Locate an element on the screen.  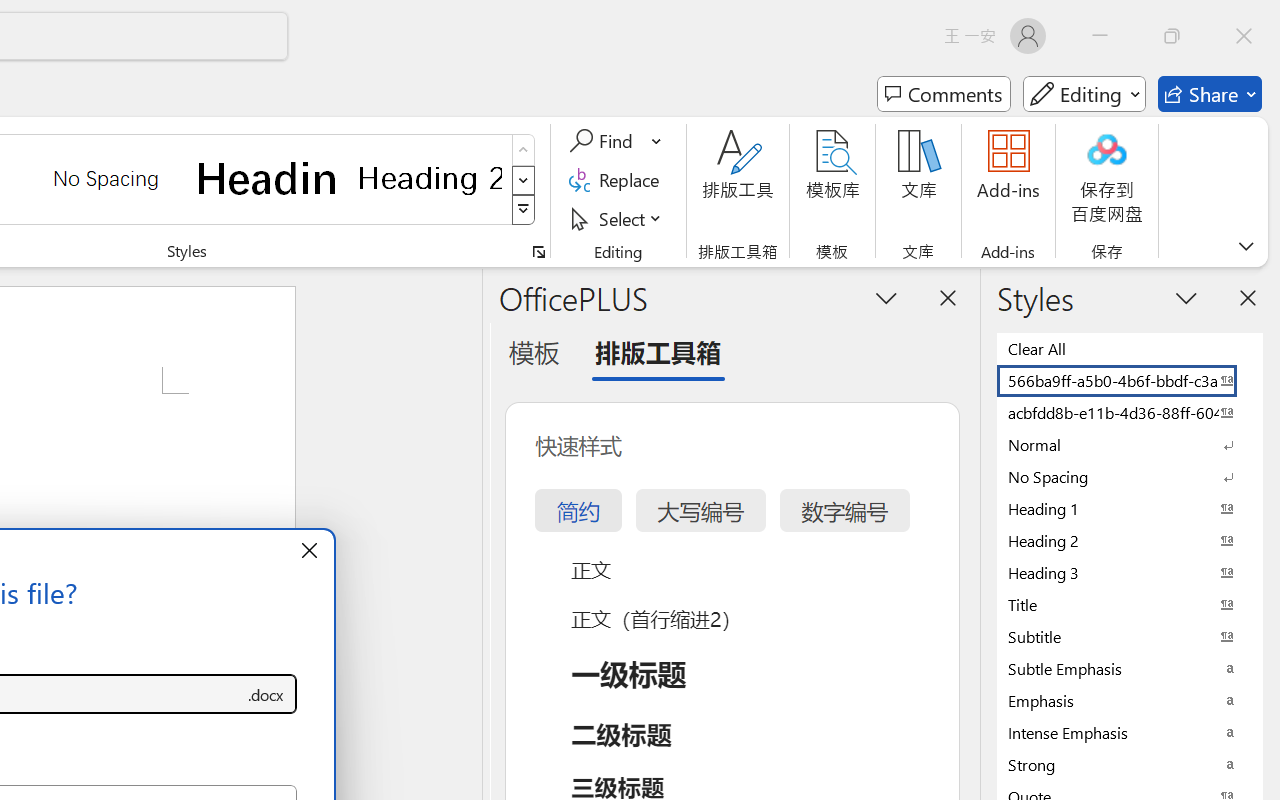
'acbfdd8b-e11b-4d36-88ff-6049b138f862' is located at coordinates (1130, 412).